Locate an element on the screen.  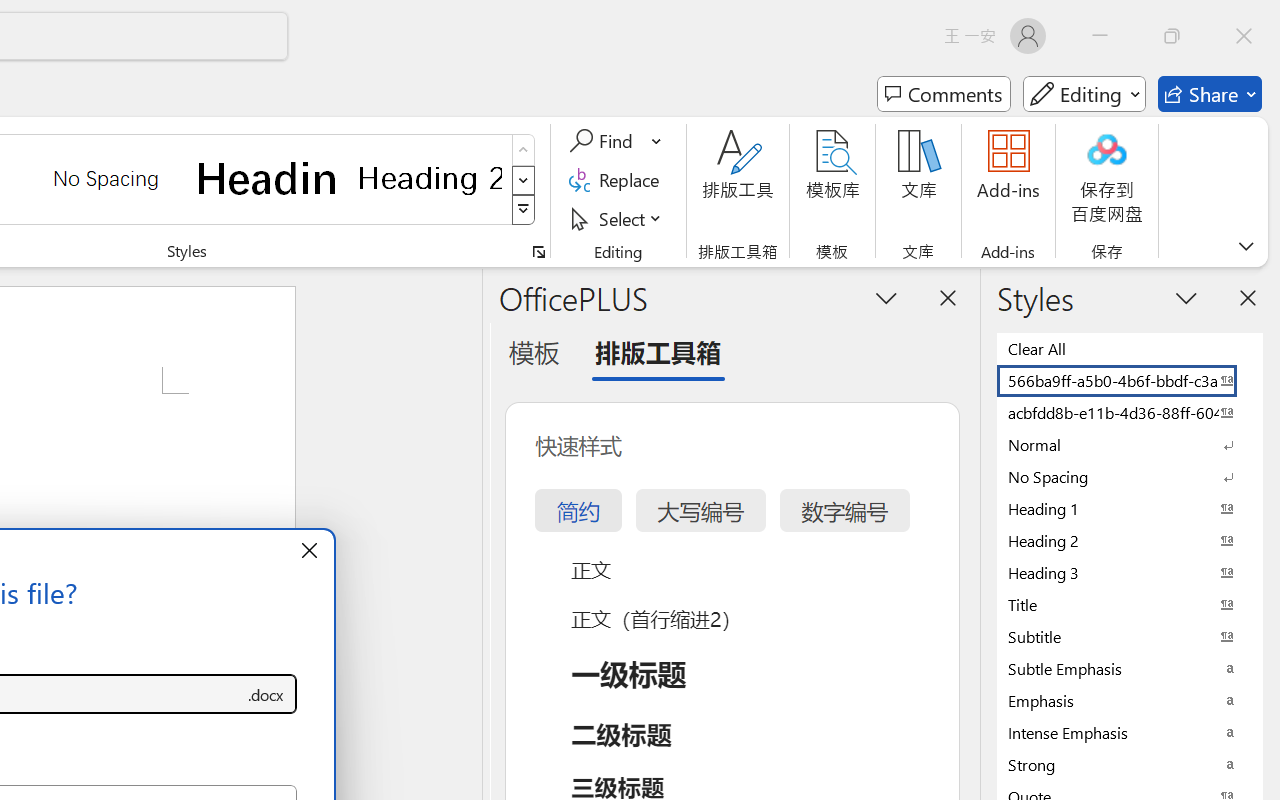
'acbfdd8b-e11b-4d36-88ff-6049b138f862' is located at coordinates (1130, 412).